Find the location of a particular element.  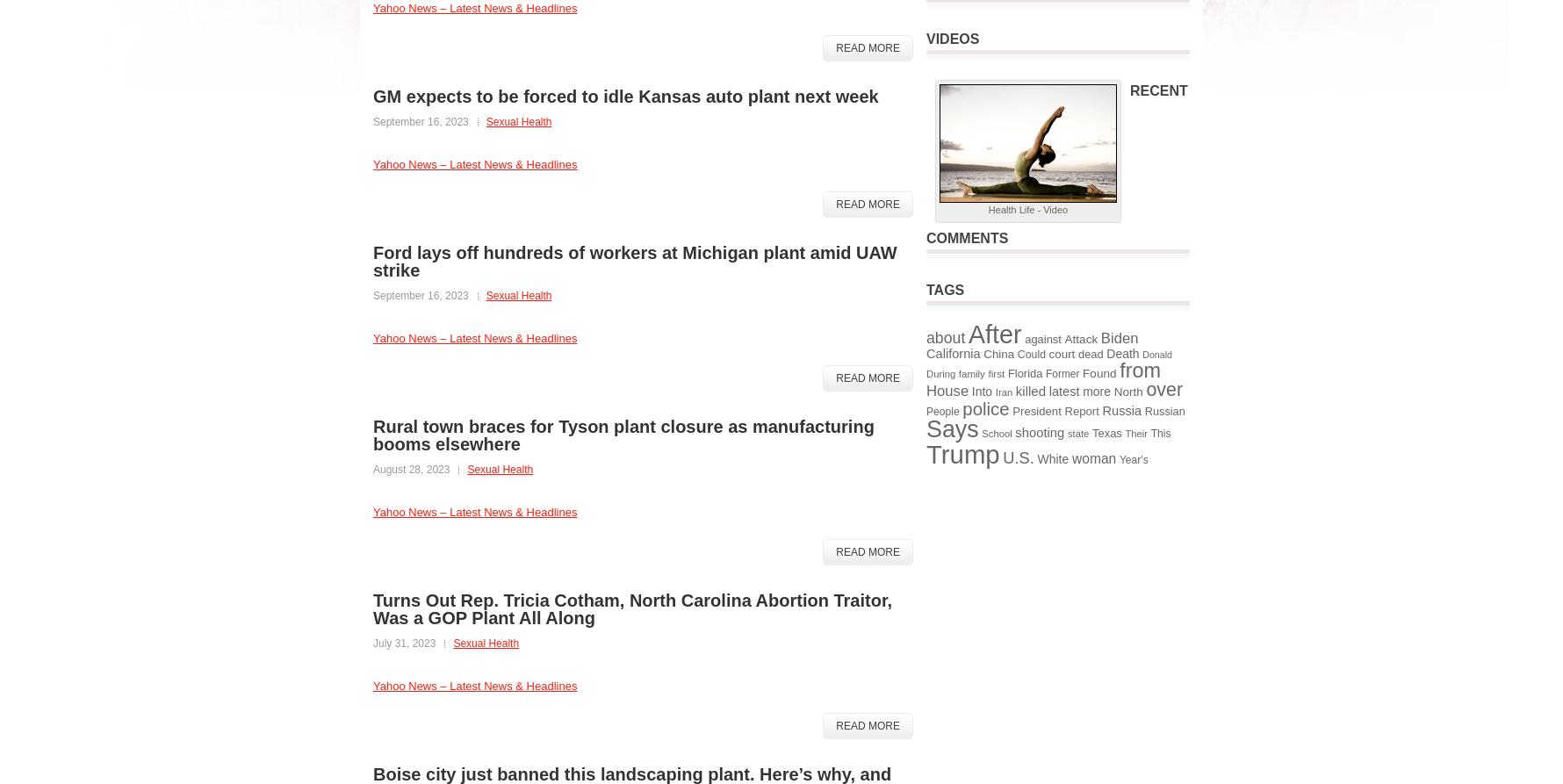

'Videos' is located at coordinates (953, 39).